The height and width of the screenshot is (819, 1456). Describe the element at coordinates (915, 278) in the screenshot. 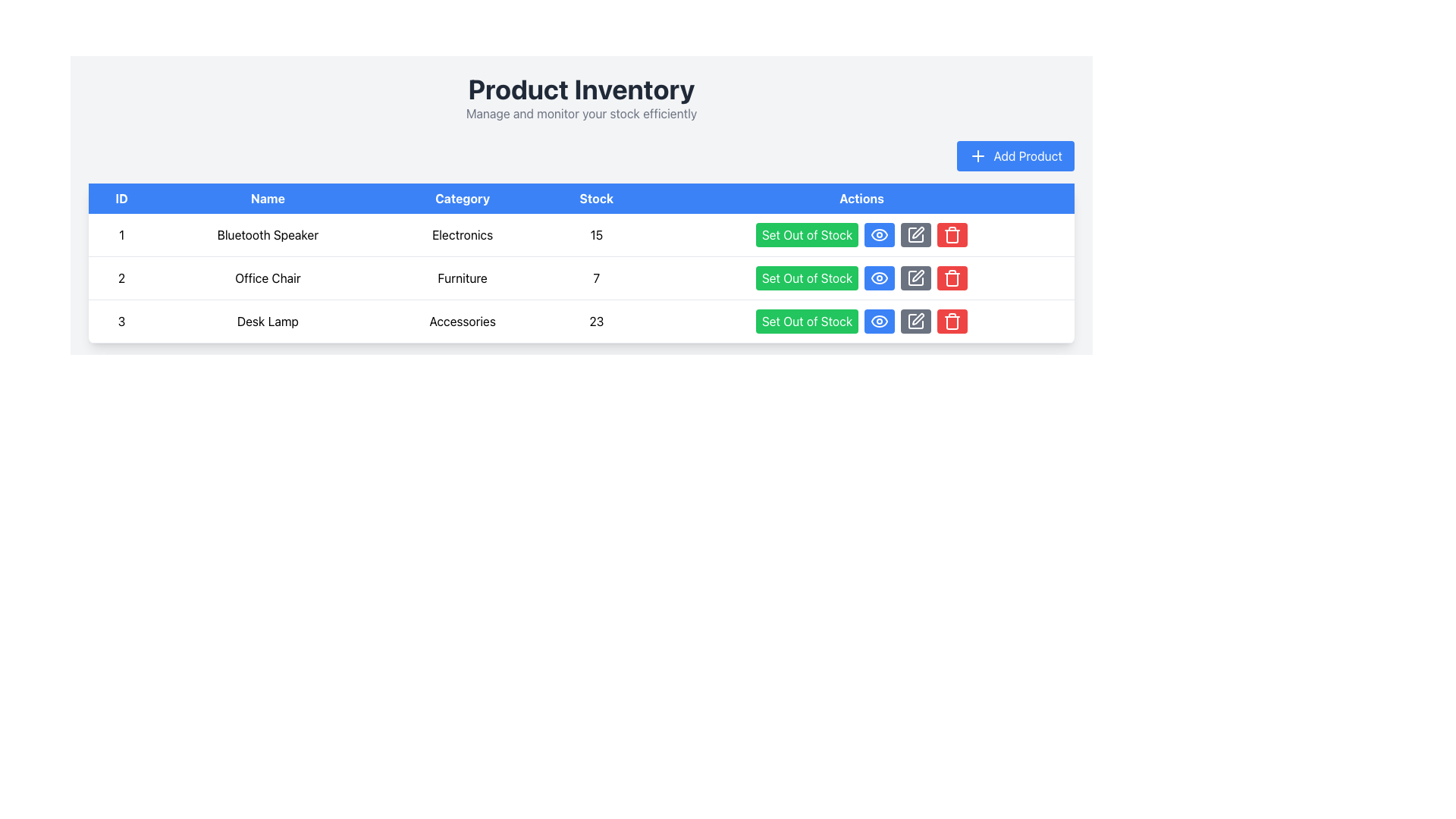

I see `the edit icon located in the 'Actions' column of the second row in the table` at that location.